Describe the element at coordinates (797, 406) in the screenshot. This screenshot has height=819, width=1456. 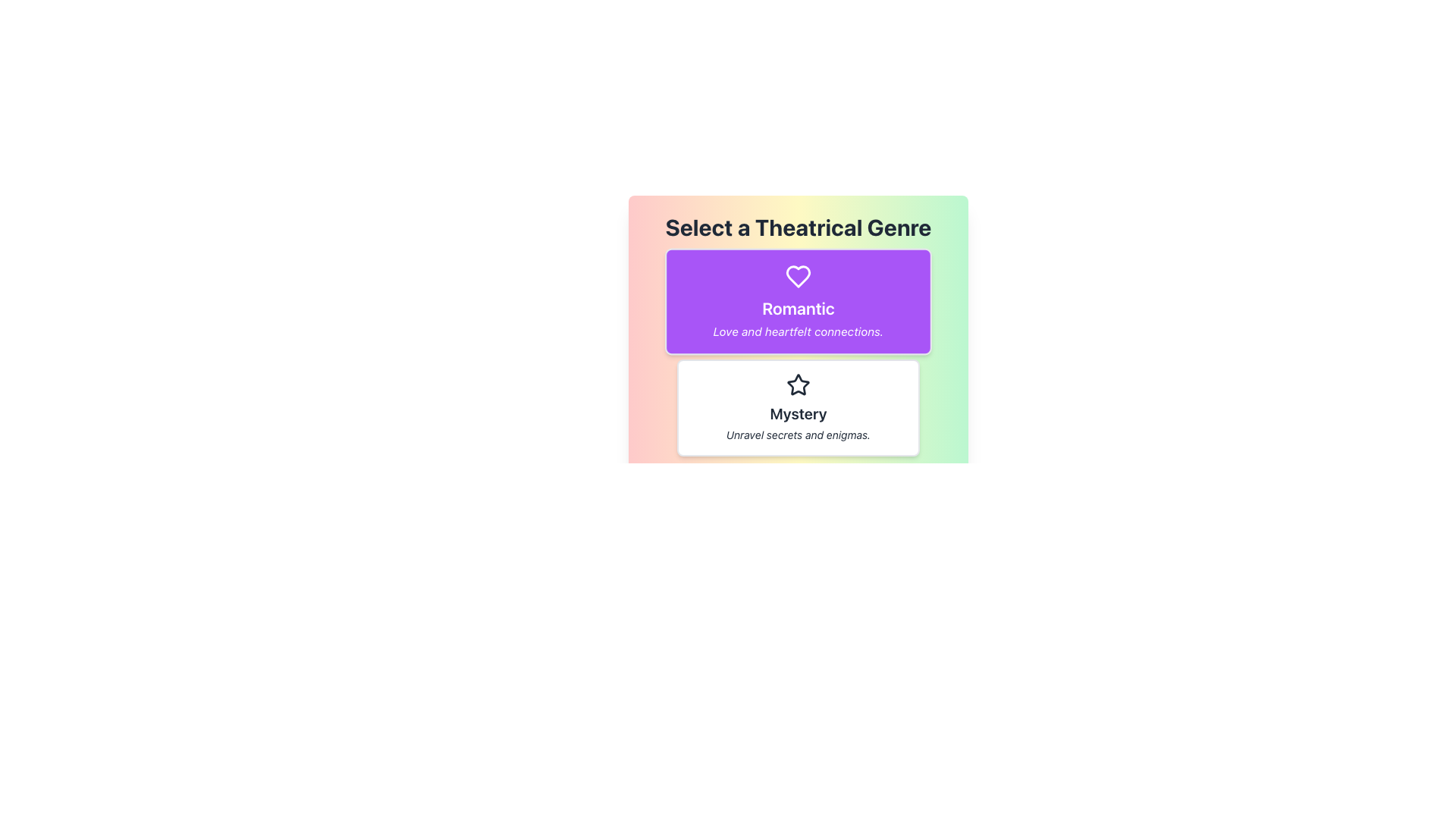
I see `the 'Mystery' genre list item, which is visually distinct with a white background and a star icon` at that location.